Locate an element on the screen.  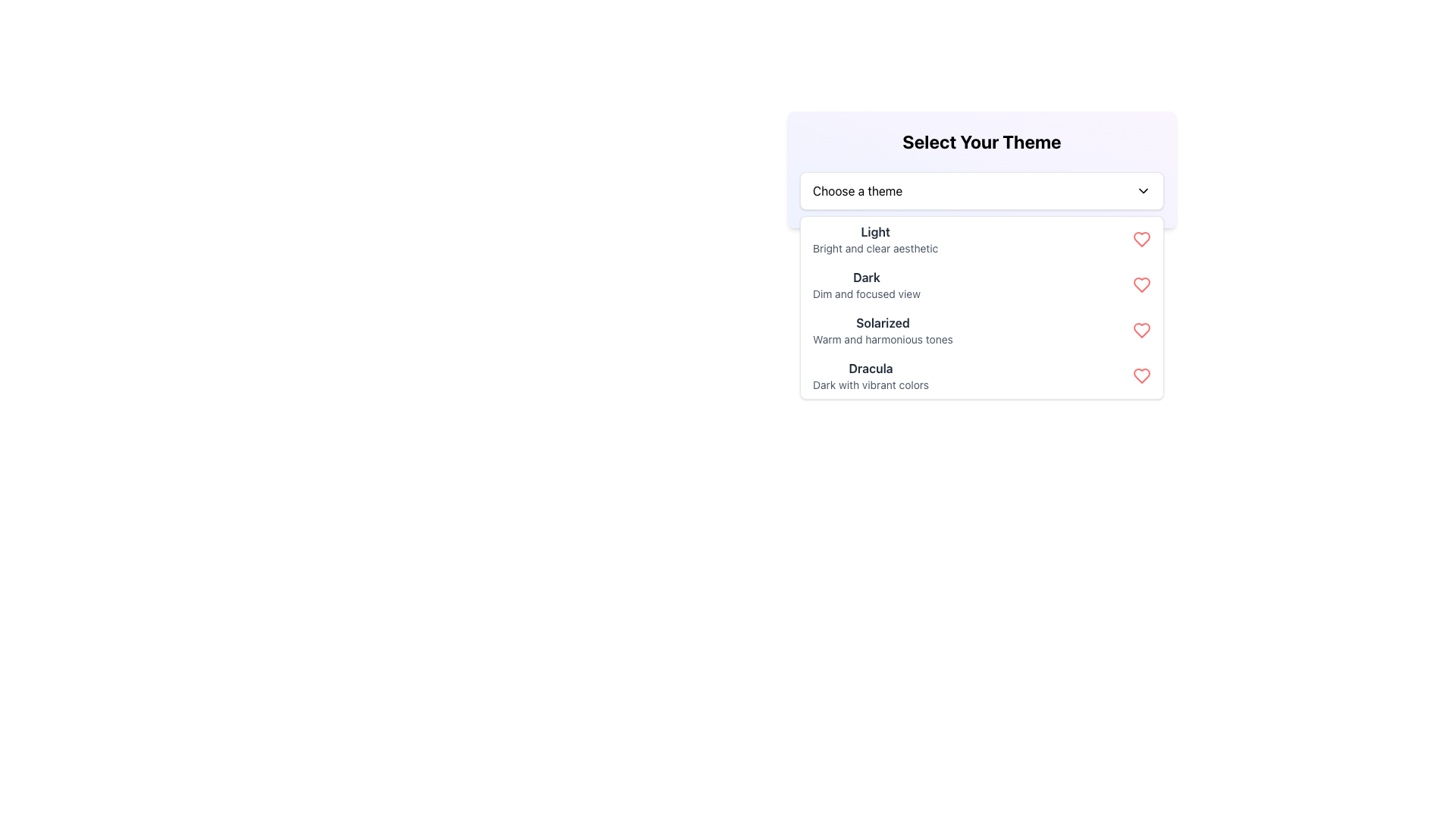
the 'Light' theme title text label in the theme selection dropdown, which visually distinguishes the option among others like 'Dark', 'Solarized', and 'Dracula' is located at coordinates (875, 231).